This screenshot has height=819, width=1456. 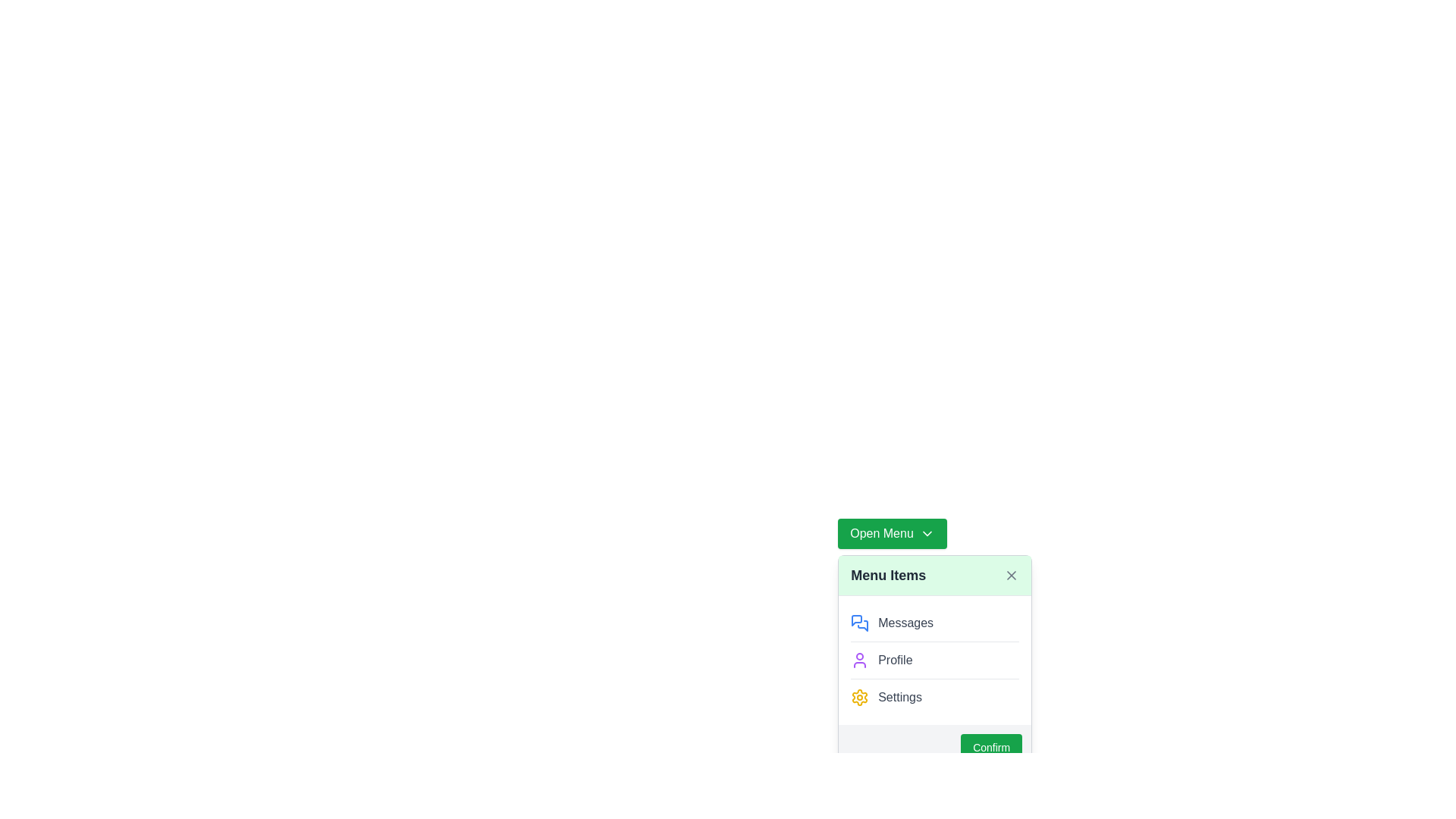 What do you see at coordinates (991, 747) in the screenshot?
I see `the 'Confirm' button with a green background at the bottom-right corner of the 'Menu Items' dropdown` at bounding box center [991, 747].